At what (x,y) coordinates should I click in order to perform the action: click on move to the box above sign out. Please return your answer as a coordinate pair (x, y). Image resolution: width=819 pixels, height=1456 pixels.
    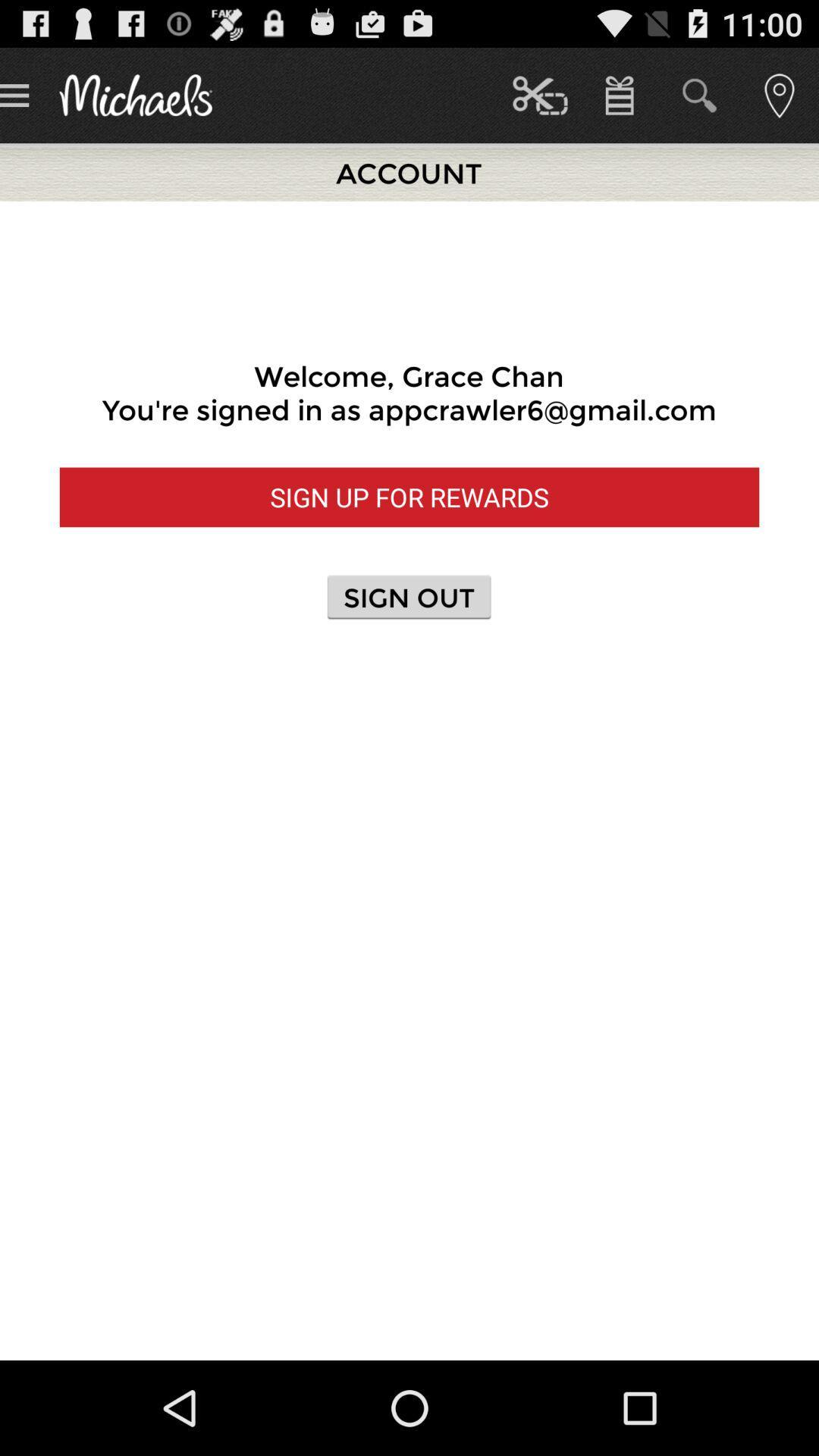
    Looking at the image, I should click on (409, 497).